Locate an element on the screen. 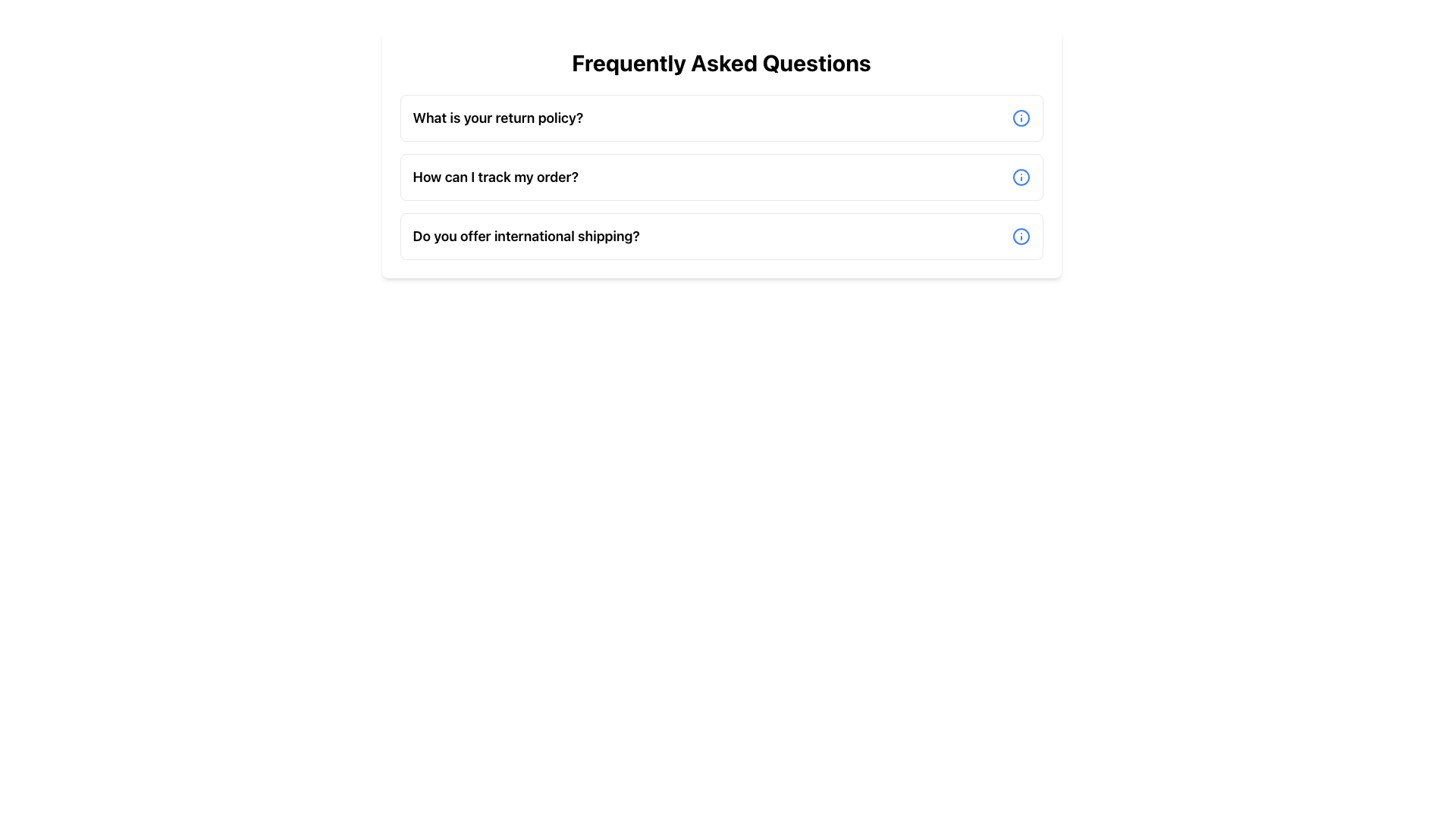  the second list item in the 'Frequently Asked Questions' section that provides information related is located at coordinates (720, 177).